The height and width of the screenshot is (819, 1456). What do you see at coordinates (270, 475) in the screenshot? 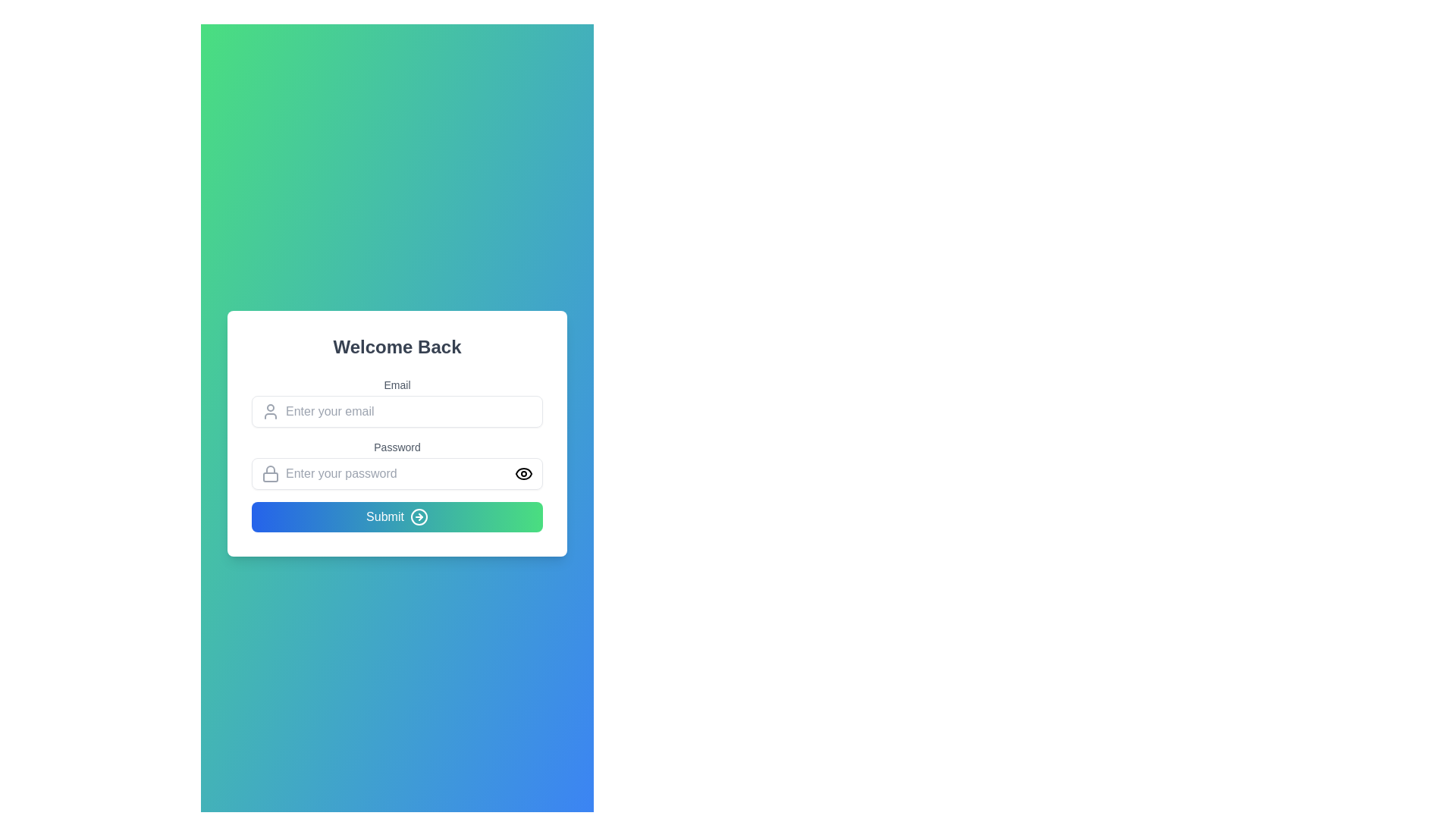
I see `the lower portion of the lock icon, which is a small rectangular shape with rounded corners, located to the left of the 'Password' input field` at bounding box center [270, 475].